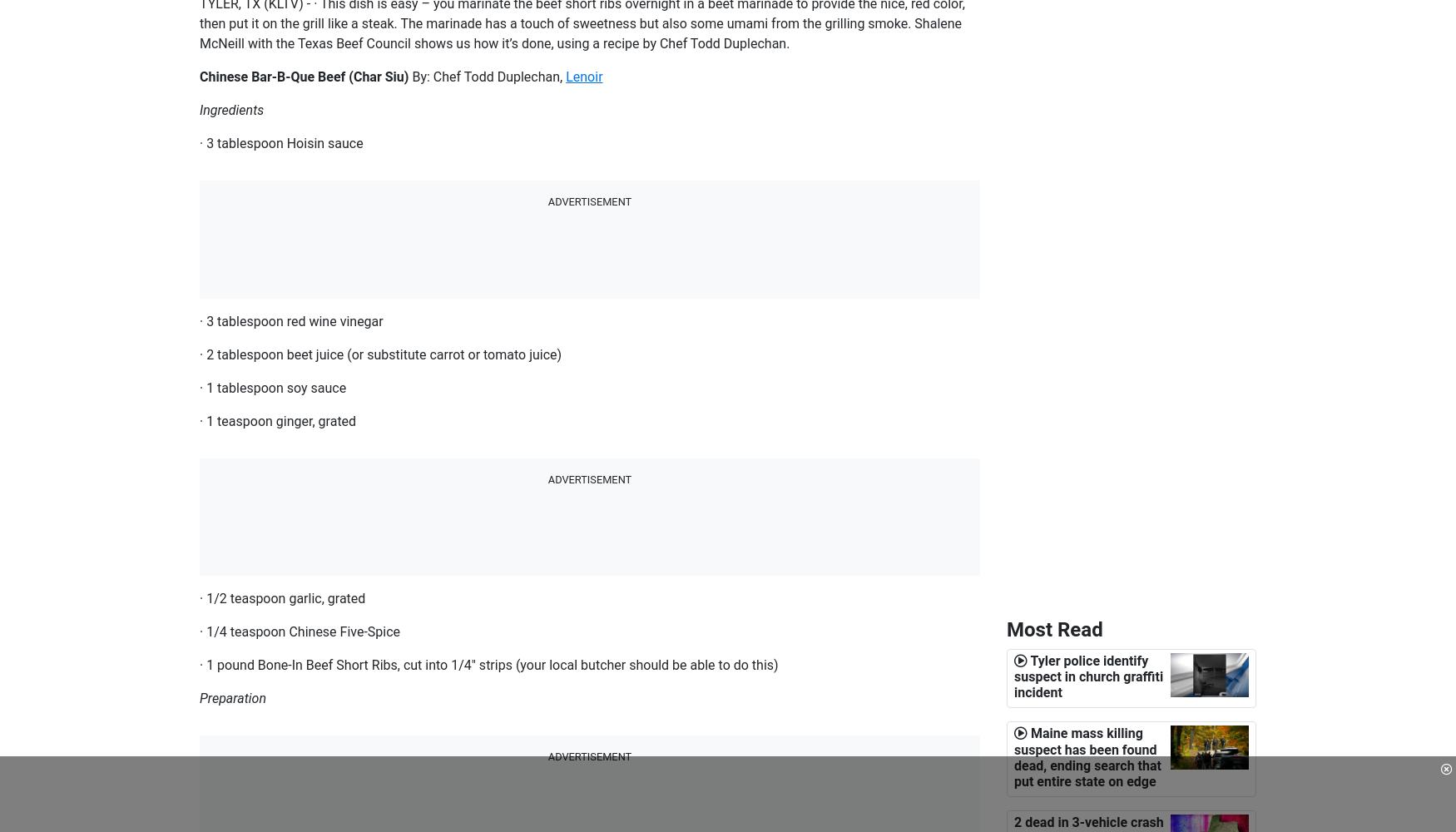 The image size is (1456, 832). Describe the element at coordinates (1006, 630) in the screenshot. I see `'Most Read'` at that location.